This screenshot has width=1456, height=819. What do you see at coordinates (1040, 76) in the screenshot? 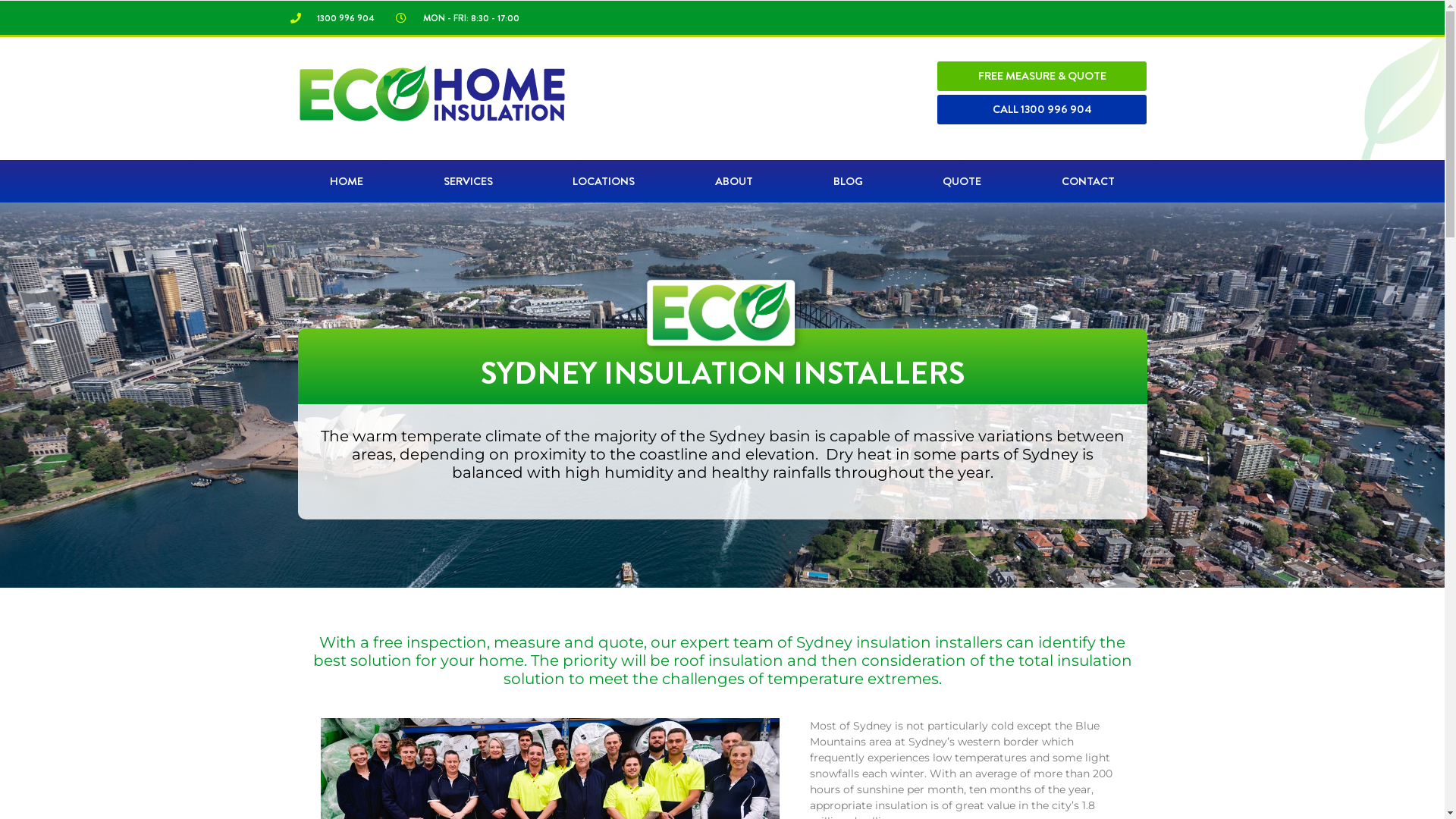
I see `'FREE MEASURE & QUOTE'` at bounding box center [1040, 76].